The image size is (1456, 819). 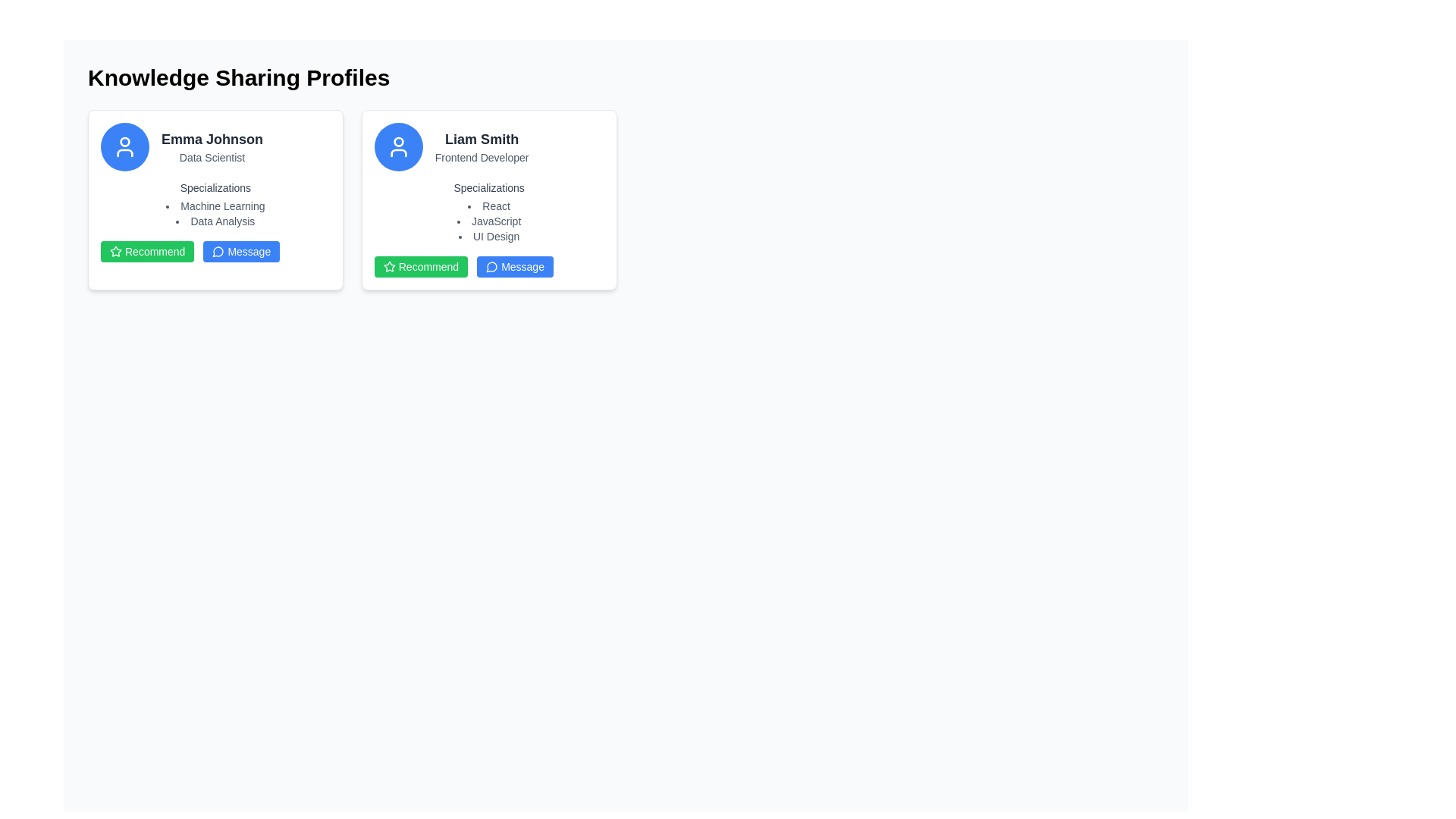 What do you see at coordinates (215, 187) in the screenshot?
I see `the static text label that serves as a title for the specialization section in the user profile card, located at the top of the left card, just below the user's name and title` at bounding box center [215, 187].